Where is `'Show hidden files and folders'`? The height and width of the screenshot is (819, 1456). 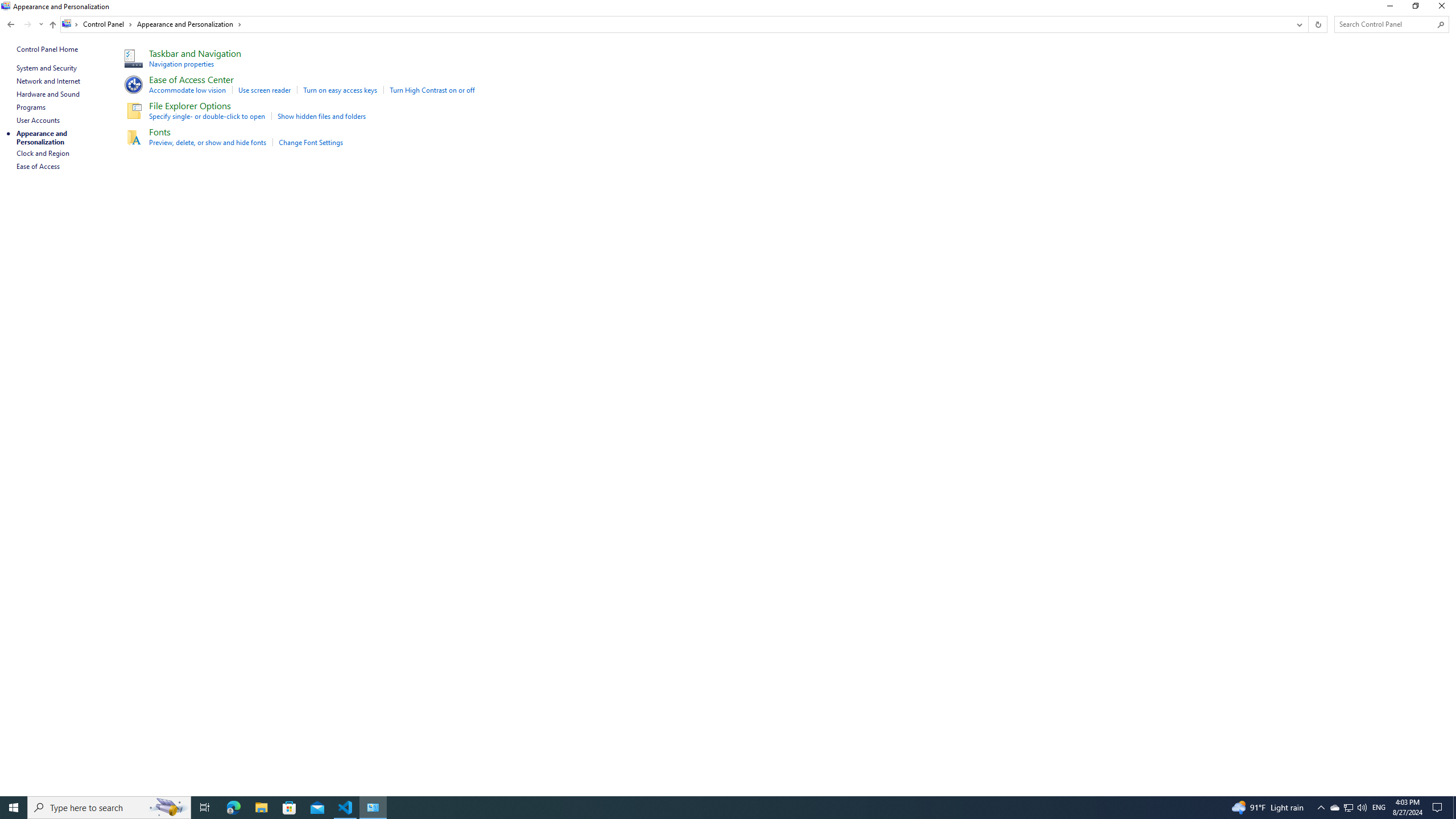 'Show hidden files and folders' is located at coordinates (321, 115).